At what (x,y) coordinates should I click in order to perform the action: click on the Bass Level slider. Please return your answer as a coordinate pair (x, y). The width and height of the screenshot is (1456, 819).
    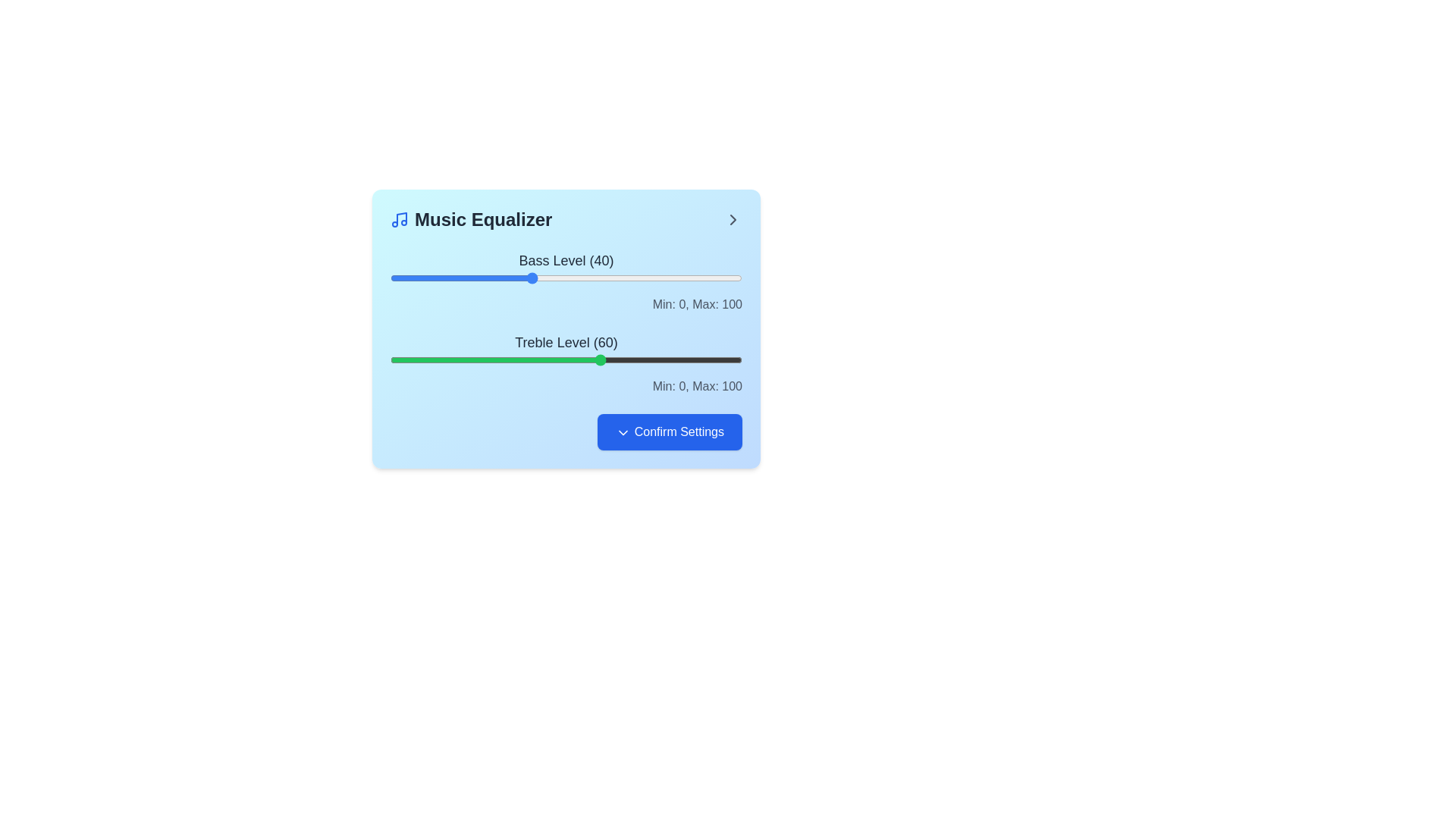
    Looking at the image, I should click on (538, 278).